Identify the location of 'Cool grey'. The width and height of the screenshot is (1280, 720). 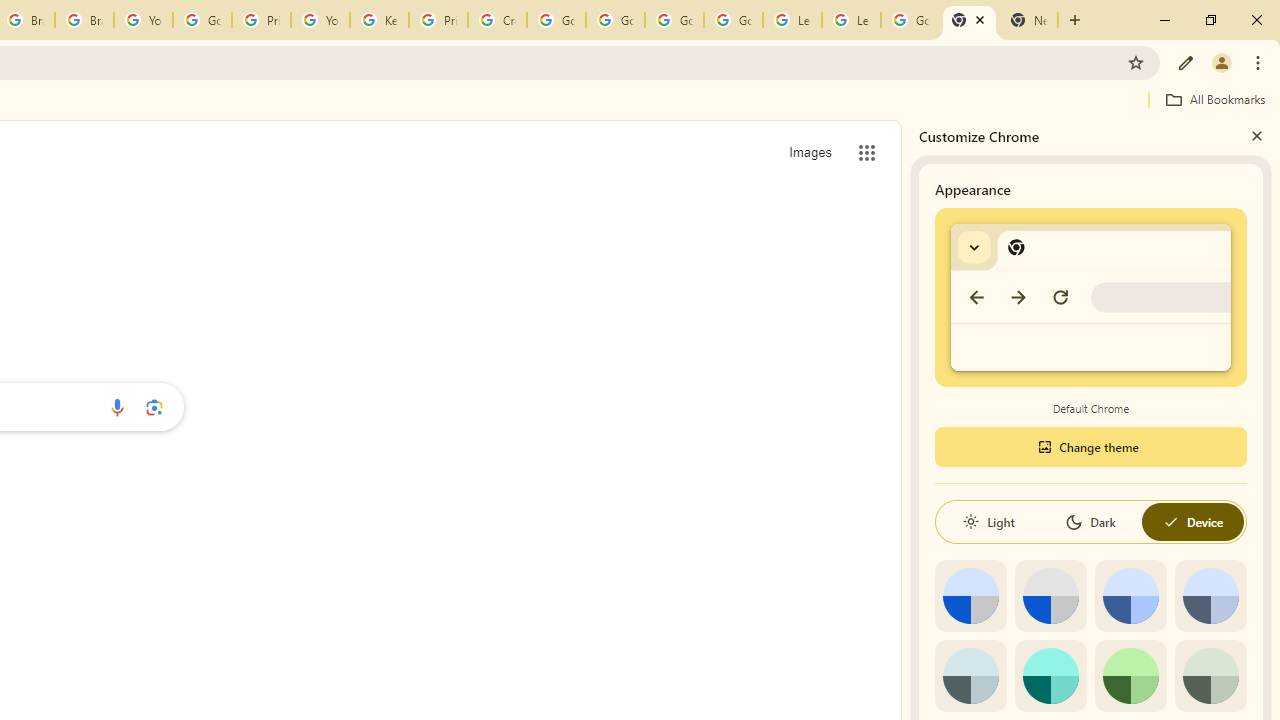
(1209, 595).